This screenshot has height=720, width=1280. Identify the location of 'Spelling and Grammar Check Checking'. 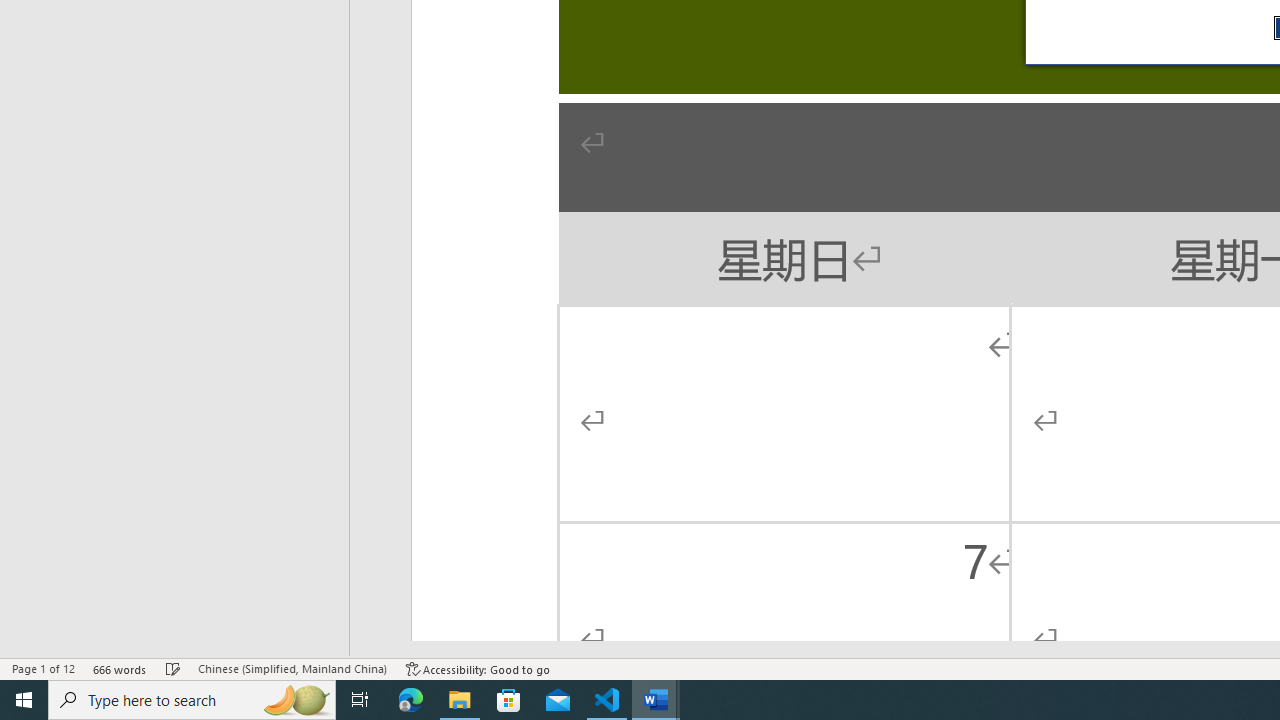
(173, 669).